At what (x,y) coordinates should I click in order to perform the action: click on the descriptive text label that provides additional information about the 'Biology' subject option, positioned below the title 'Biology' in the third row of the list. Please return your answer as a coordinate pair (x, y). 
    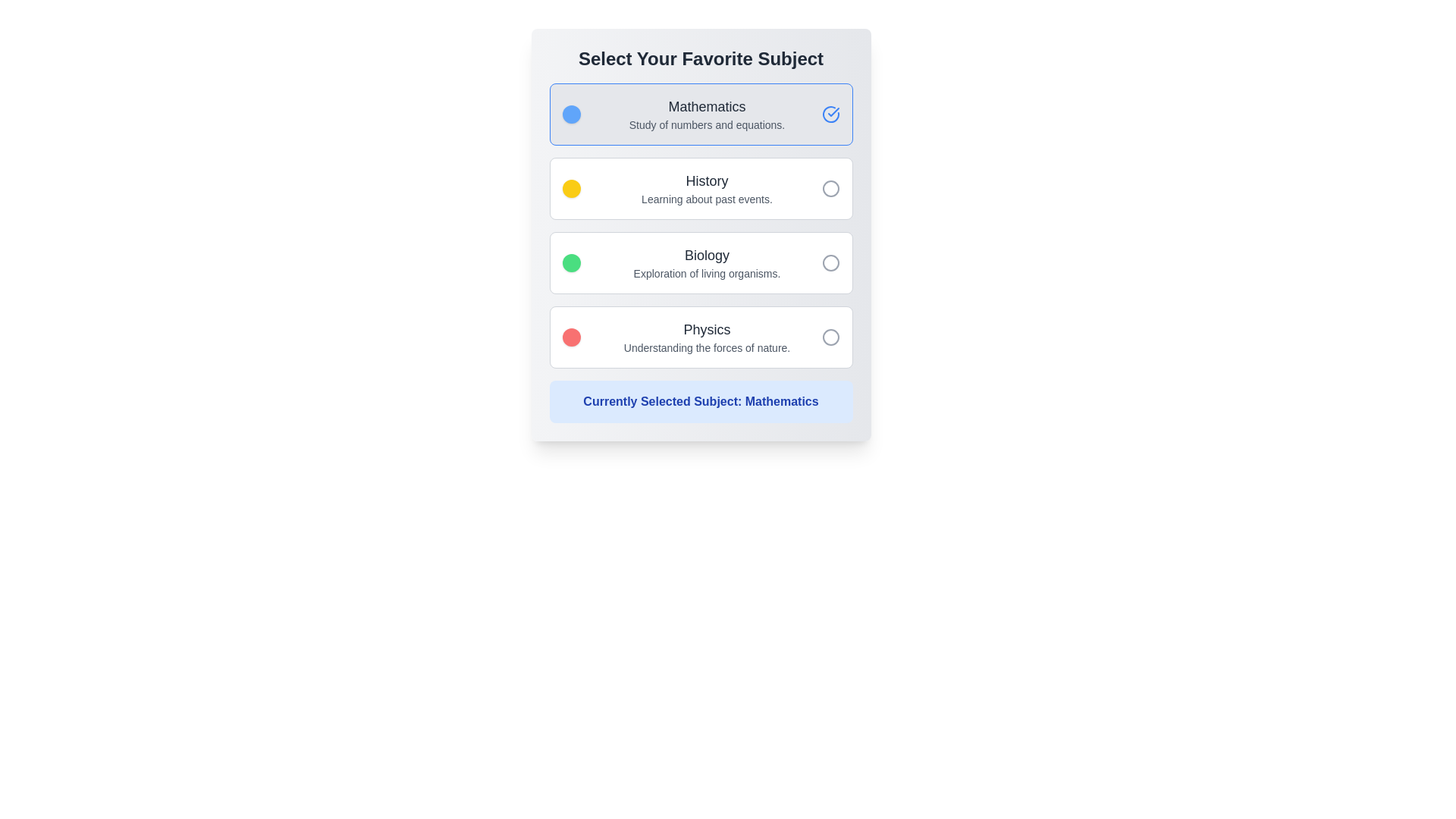
    Looking at the image, I should click on (706, 274).